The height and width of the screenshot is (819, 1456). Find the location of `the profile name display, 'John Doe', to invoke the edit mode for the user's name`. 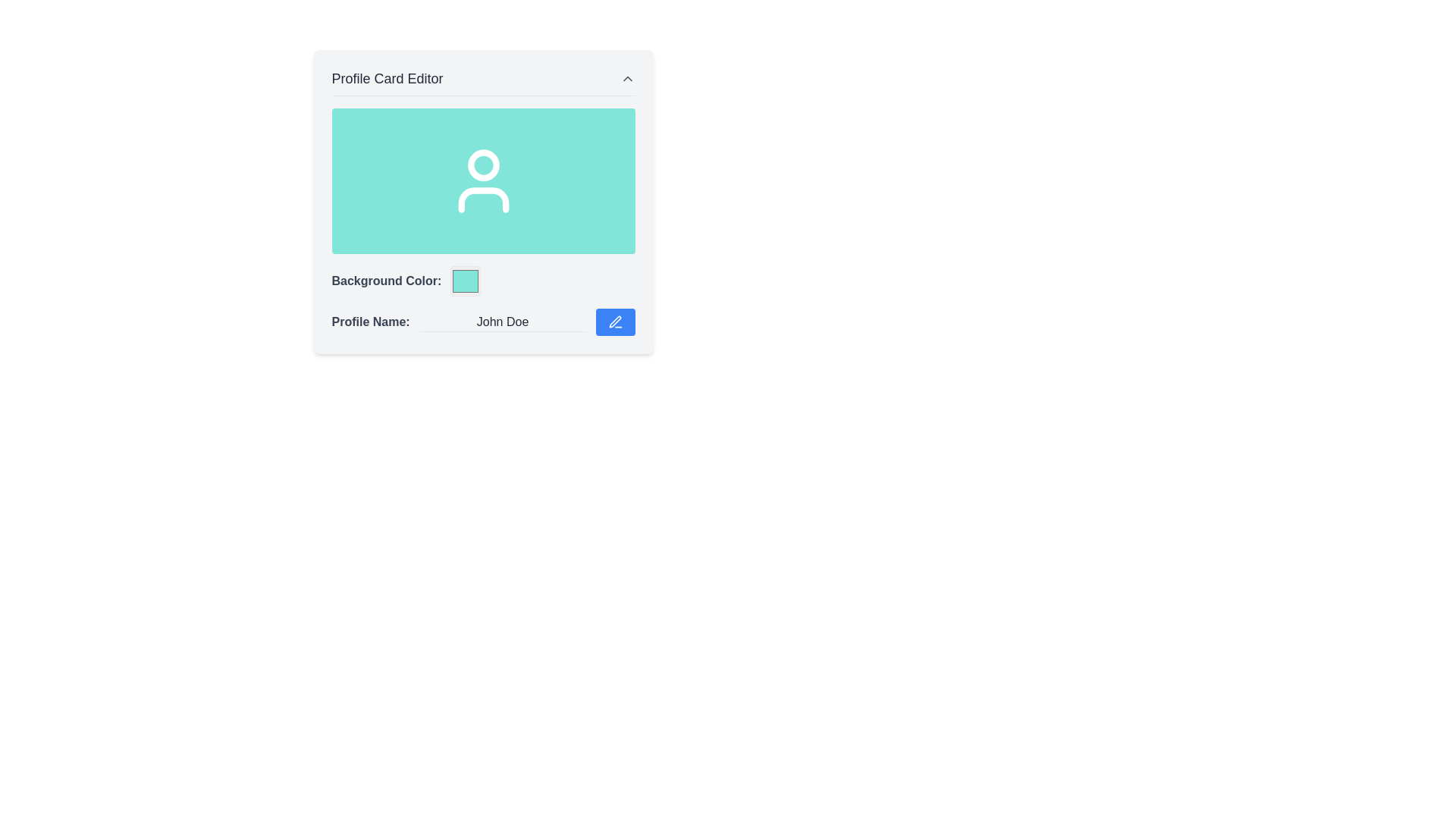

the profile name display, 'John Doe', to invoke the edit mode for the user's name is located at coordinates (502, 321).